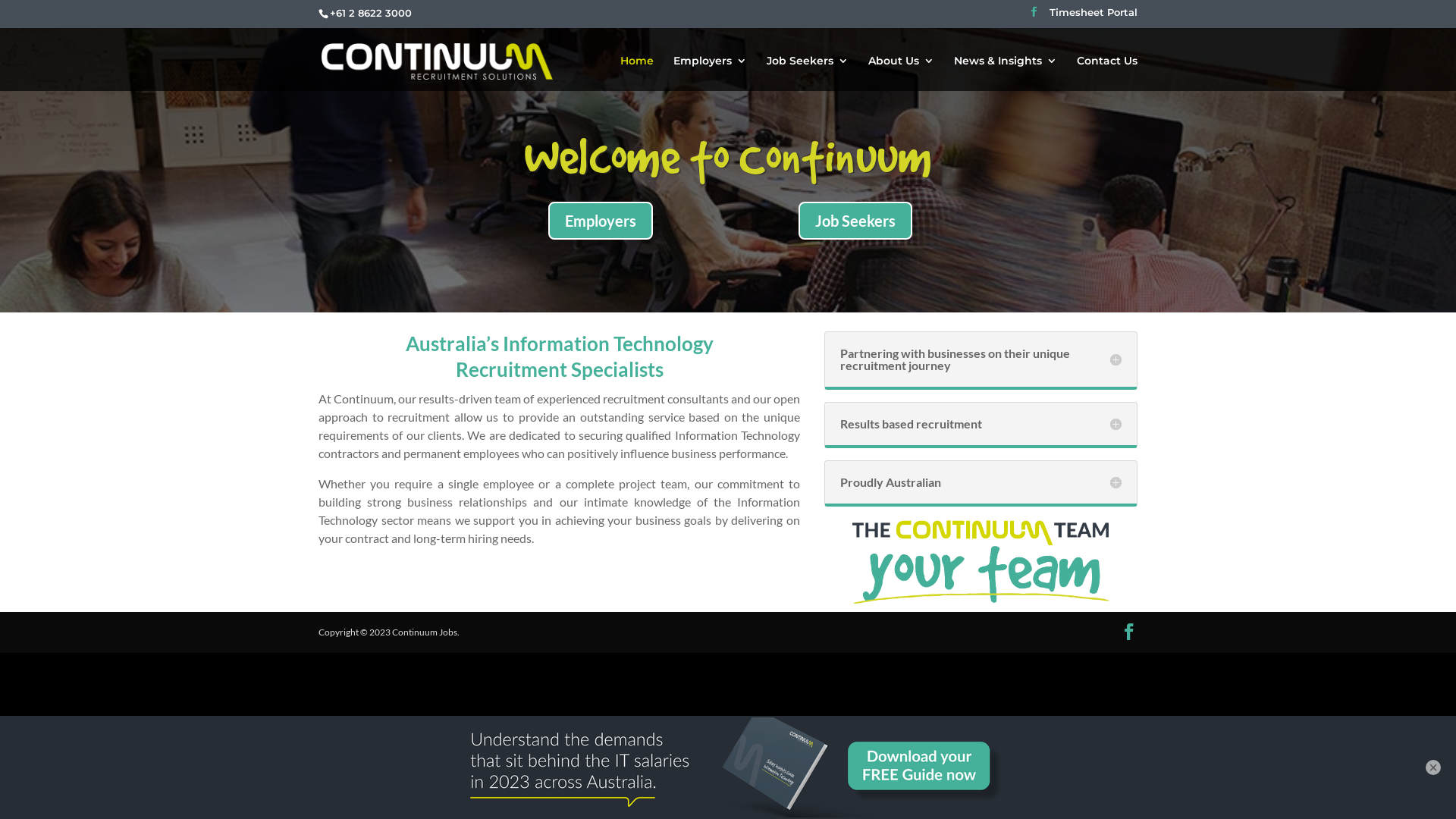 The image size is (1456, 819). I want to click on 'Continuum Tagline 2023_Stacked_Dark Text', so click(981, 560).